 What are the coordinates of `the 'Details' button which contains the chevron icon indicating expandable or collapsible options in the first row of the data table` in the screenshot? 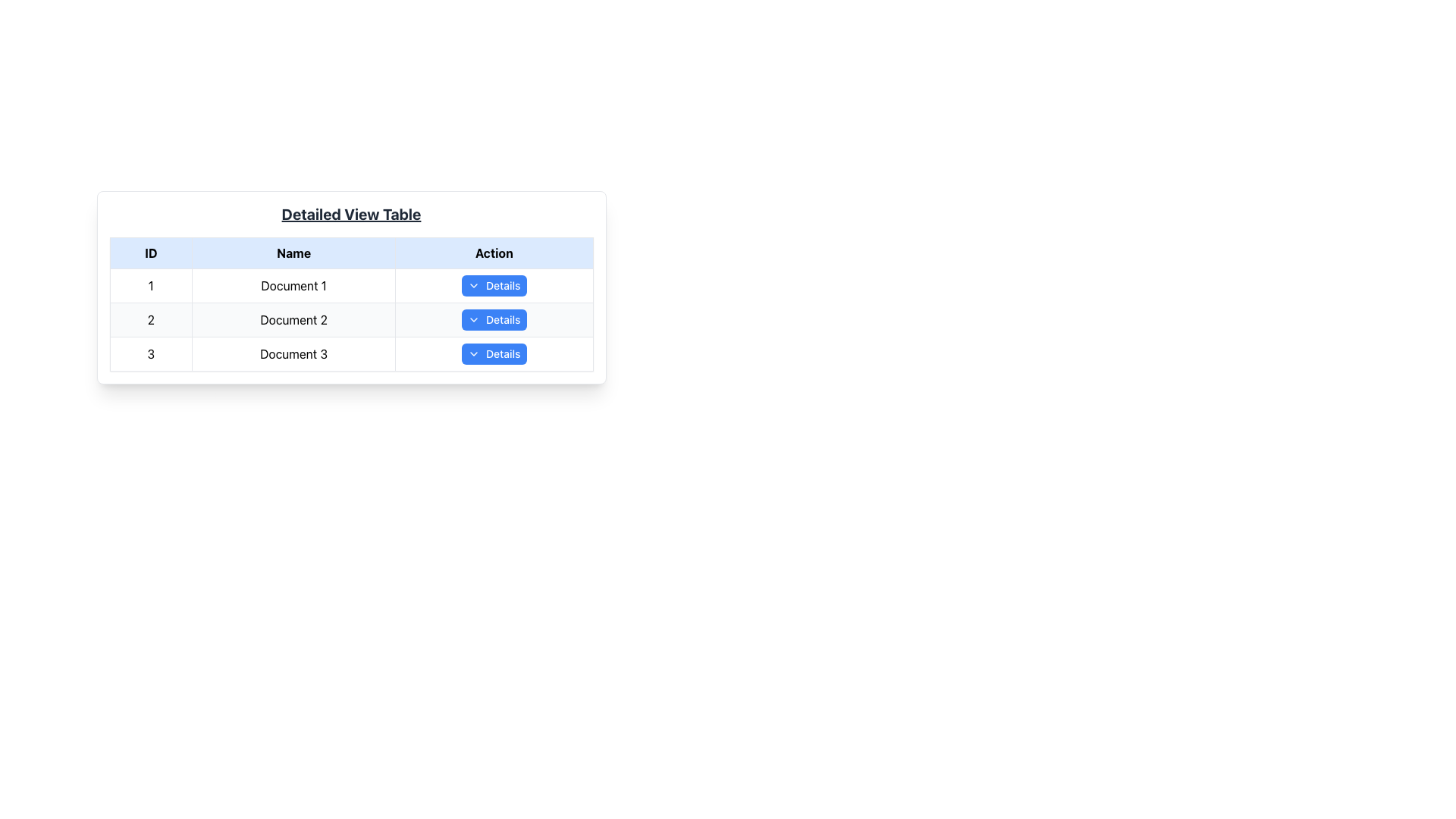 It's located at (472, 286).